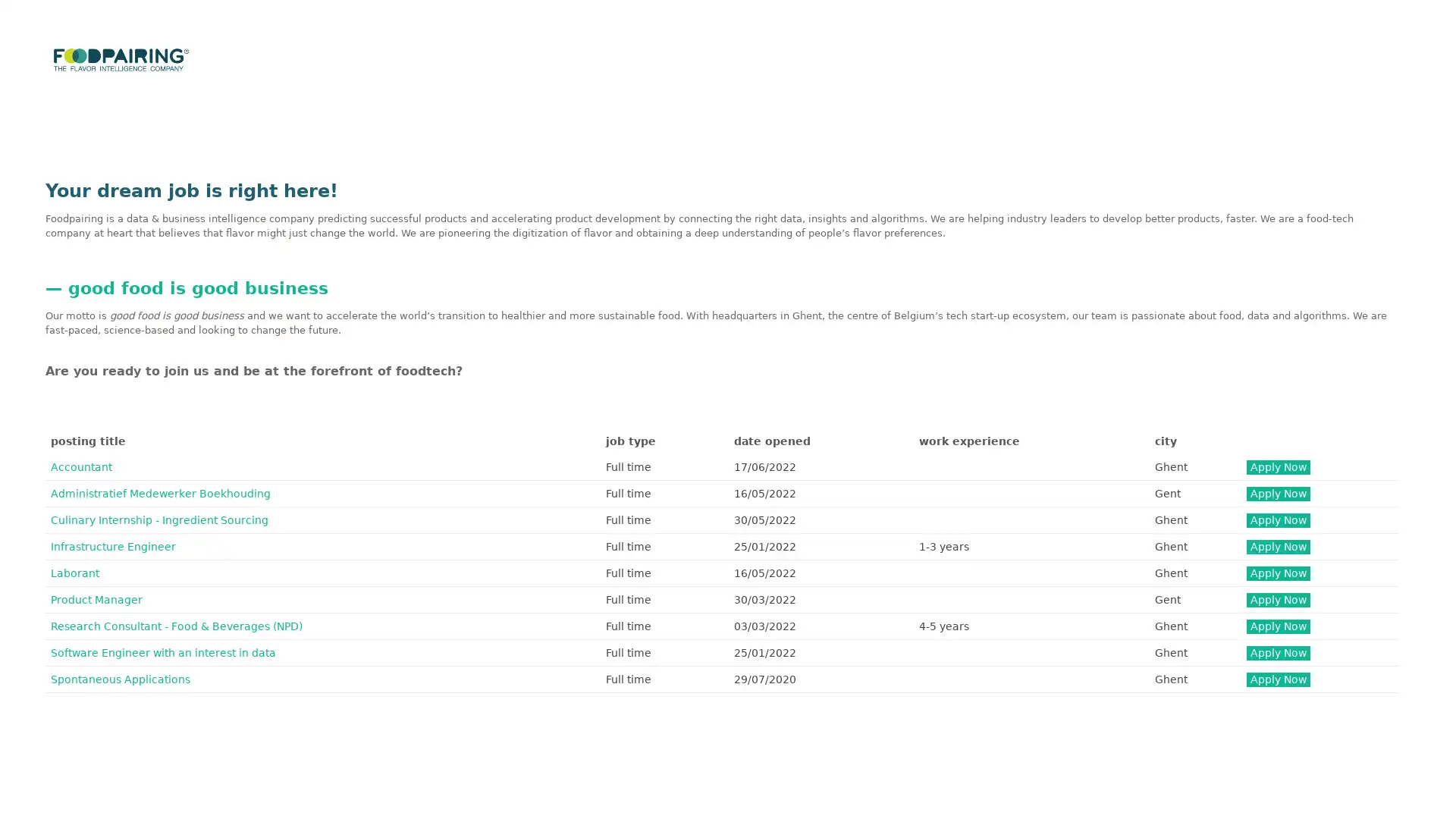 This screenshot has height=819, width=1456. I want to click on Apply Now, so click(1276, 651).